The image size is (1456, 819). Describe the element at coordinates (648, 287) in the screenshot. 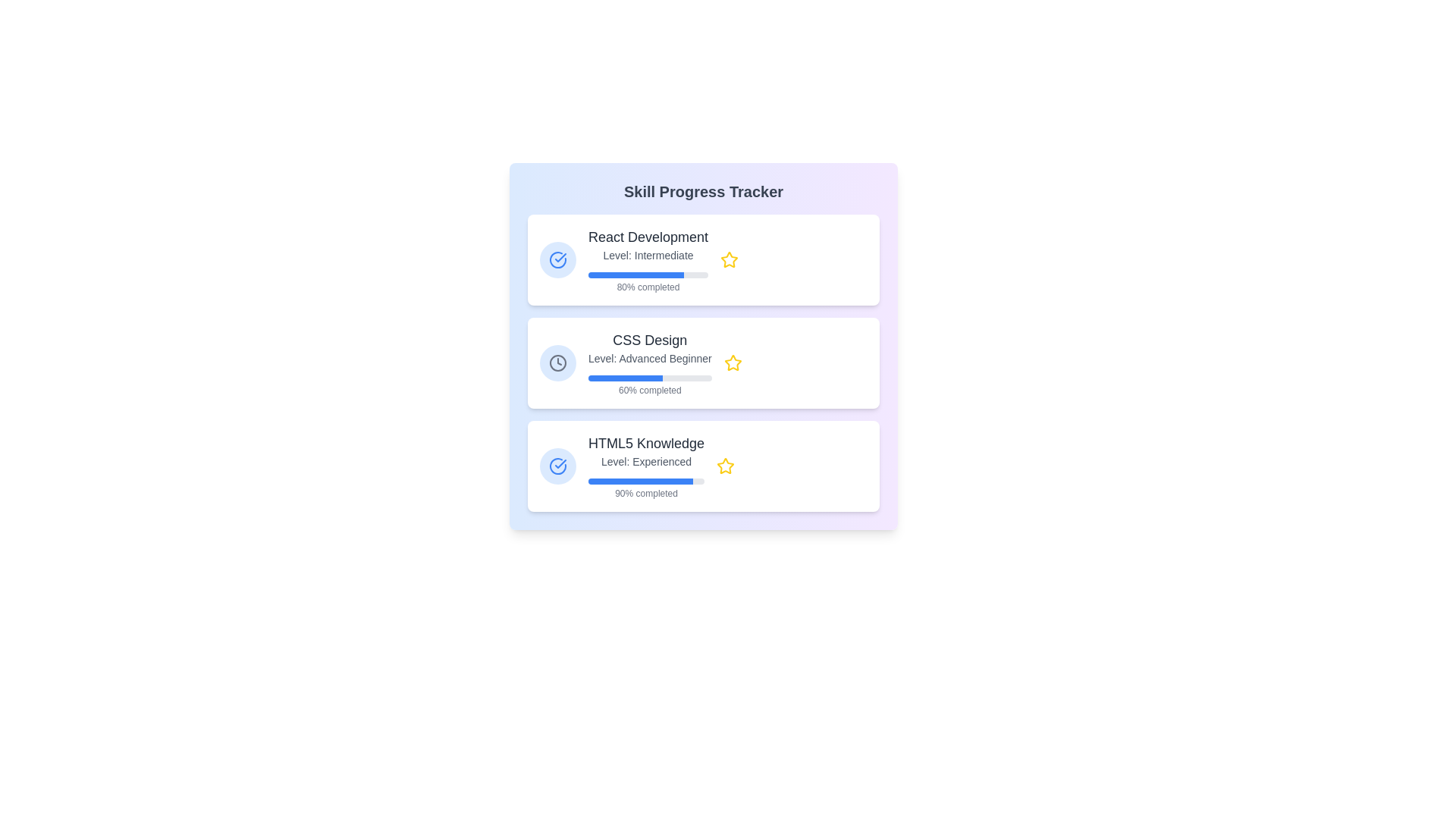

I see `the Text label indicating 80% completion in the 'React Development' progress section, which is located directly underneath the progress bar` at that location.